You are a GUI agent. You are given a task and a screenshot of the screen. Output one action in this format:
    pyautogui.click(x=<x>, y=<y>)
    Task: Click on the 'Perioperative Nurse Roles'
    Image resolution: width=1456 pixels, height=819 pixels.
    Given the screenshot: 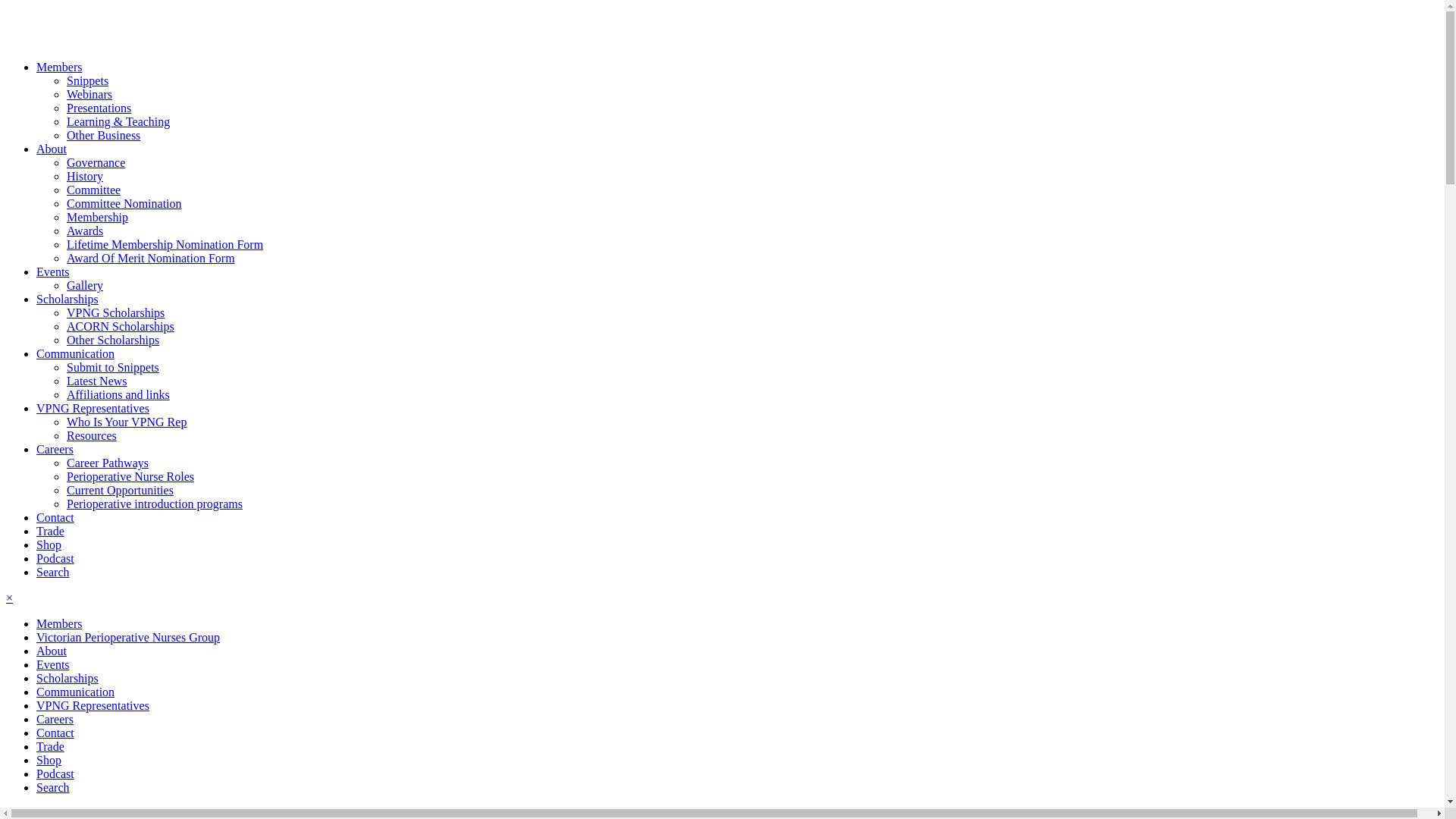 What is the action you would take?
    pyautogui.click(x=65, y=475)
    